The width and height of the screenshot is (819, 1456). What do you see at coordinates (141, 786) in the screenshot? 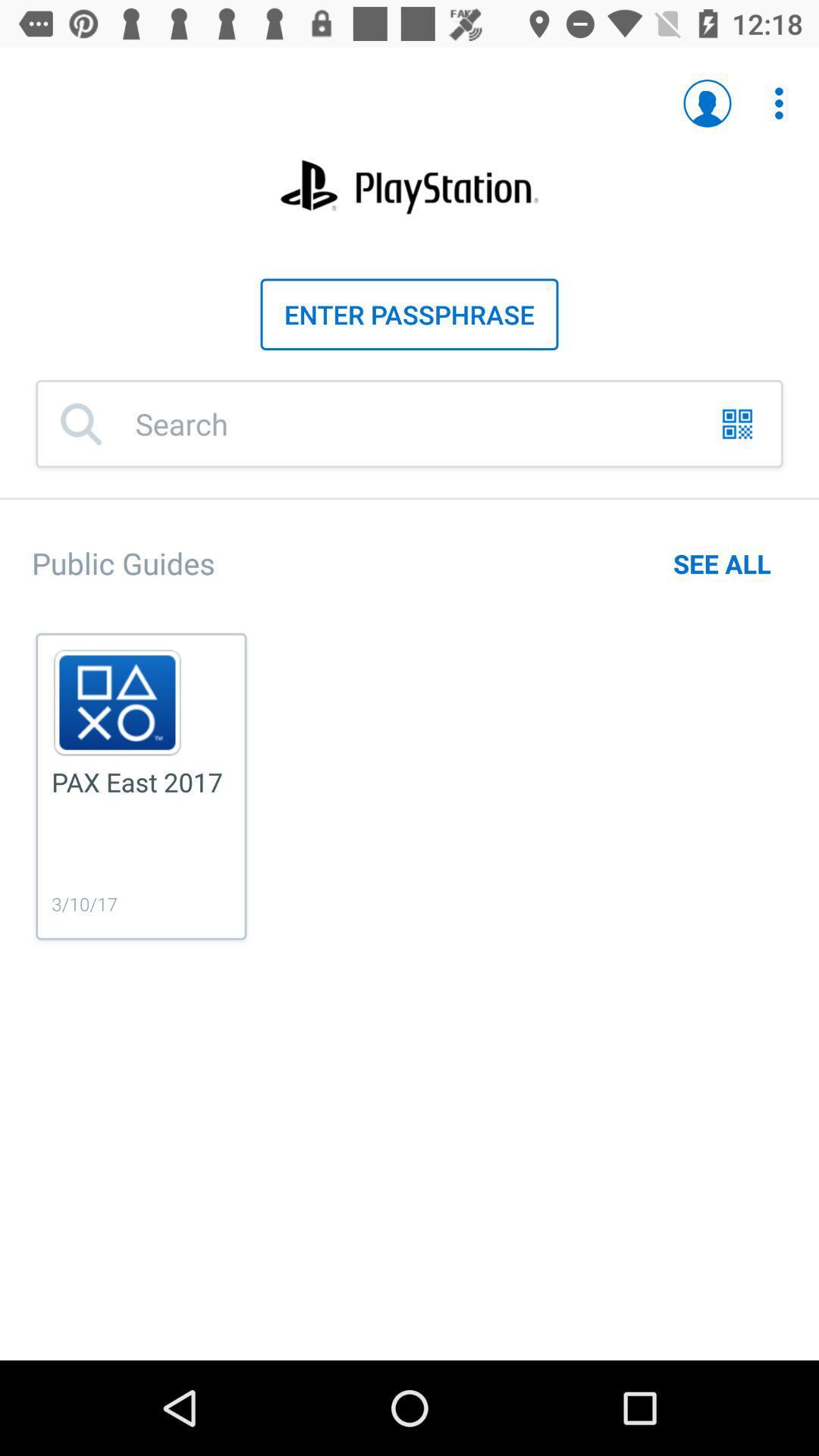
I see `the game launcher icon with text pax east 2017` at bounding box center [141, 786].